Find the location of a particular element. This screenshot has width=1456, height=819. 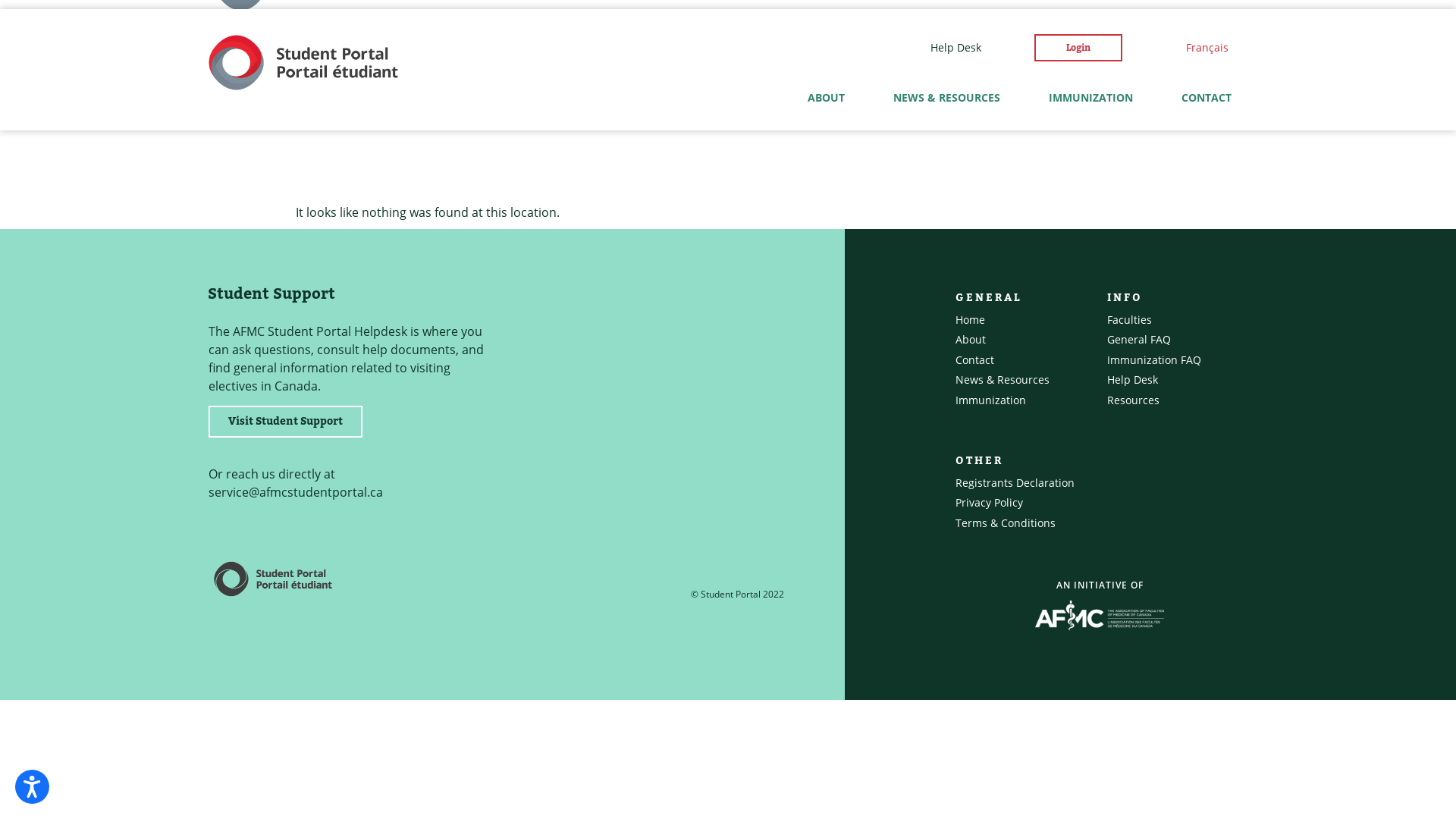

'Registrants Declaration' is located at coordinates (1015, 482).